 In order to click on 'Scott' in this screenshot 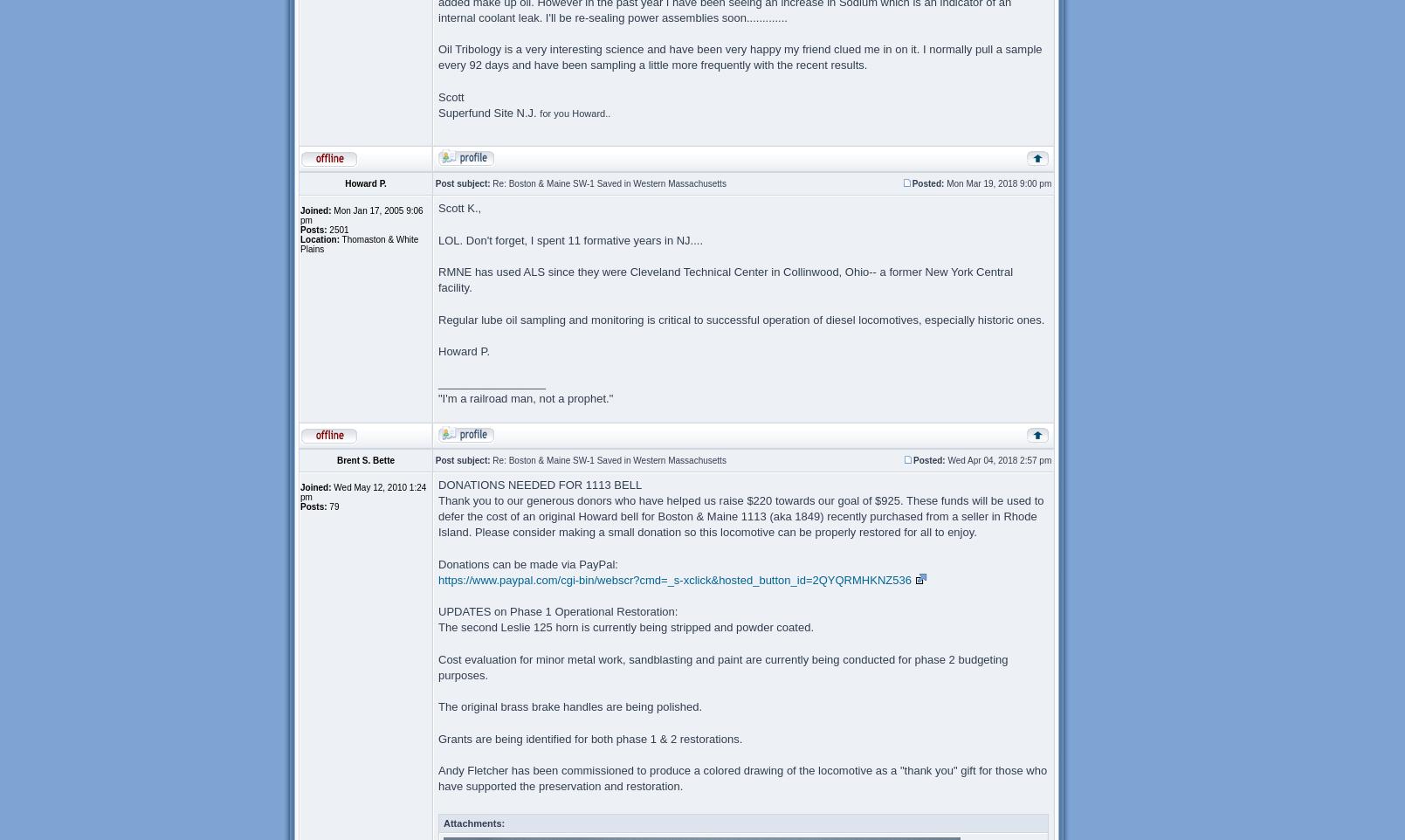, I will do `click(450, 95)`.